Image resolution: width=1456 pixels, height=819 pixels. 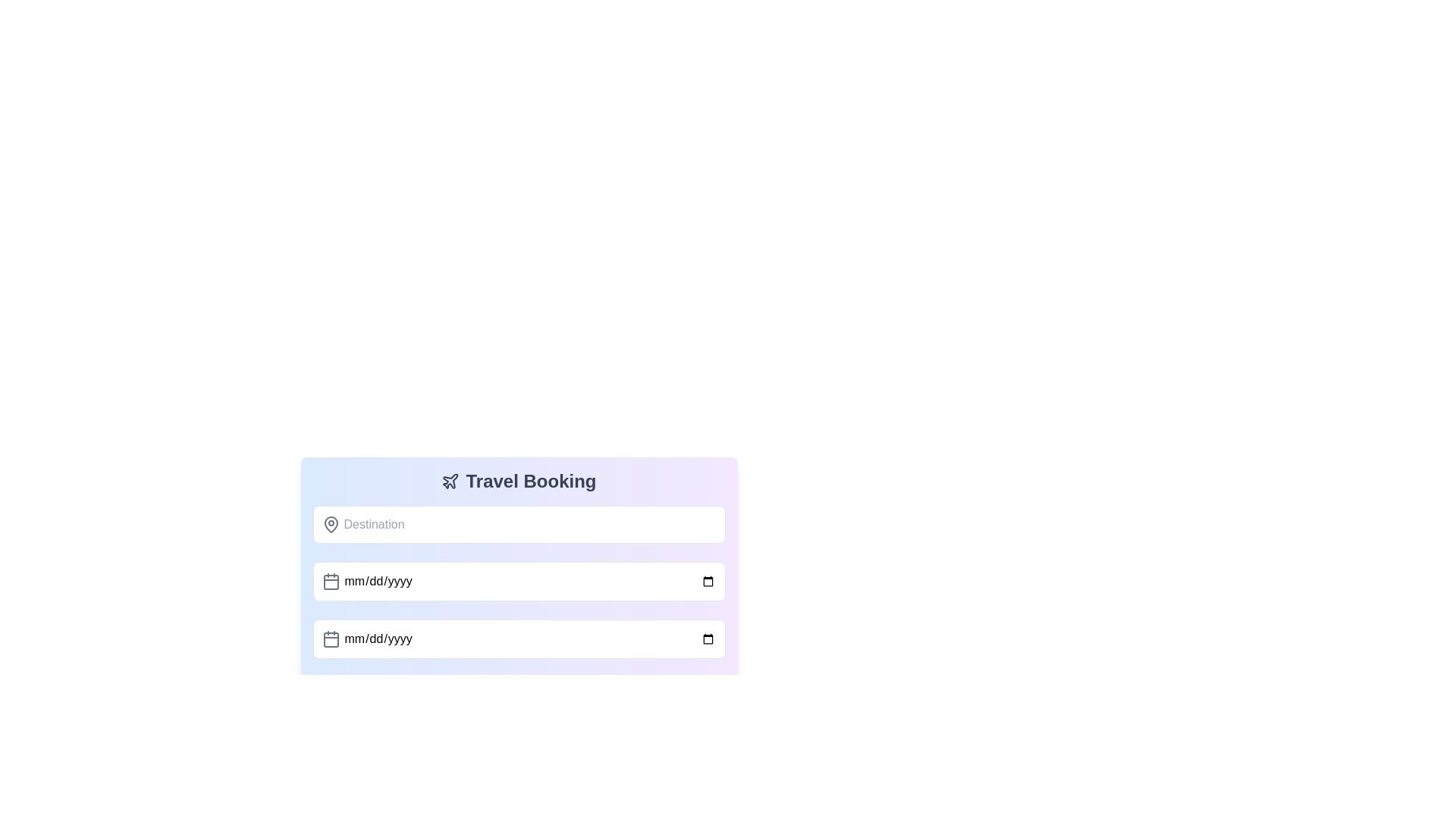 What do you see at coordinates (519, 557) in the screenshot?
I see `a date from the date picker located in the Form Section for booking user information` at bounding box center [519, 557].